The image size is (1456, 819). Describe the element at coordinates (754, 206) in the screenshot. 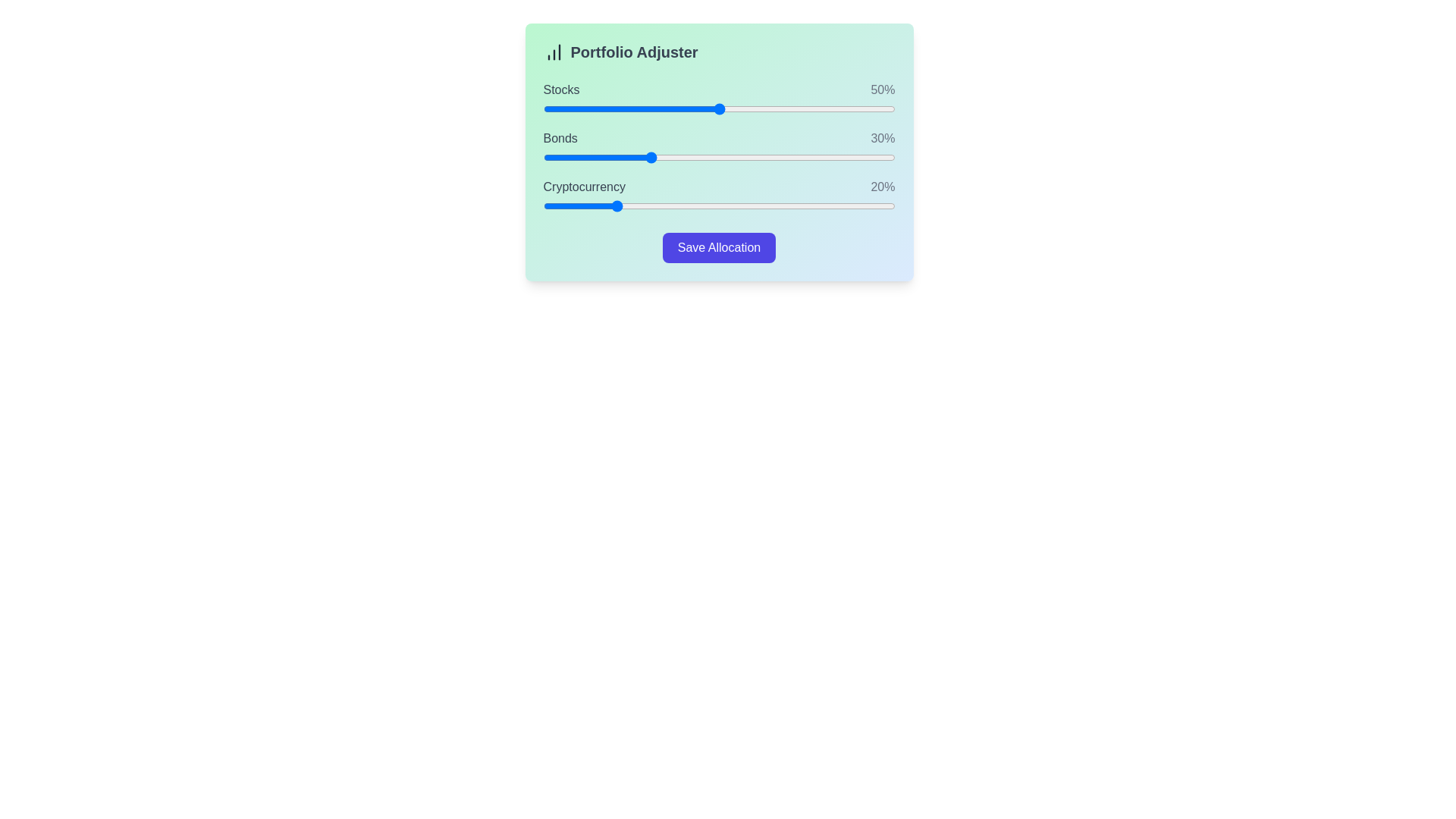

I see `the 'Cryptocurrency' slider to set its value to 60` at that location.